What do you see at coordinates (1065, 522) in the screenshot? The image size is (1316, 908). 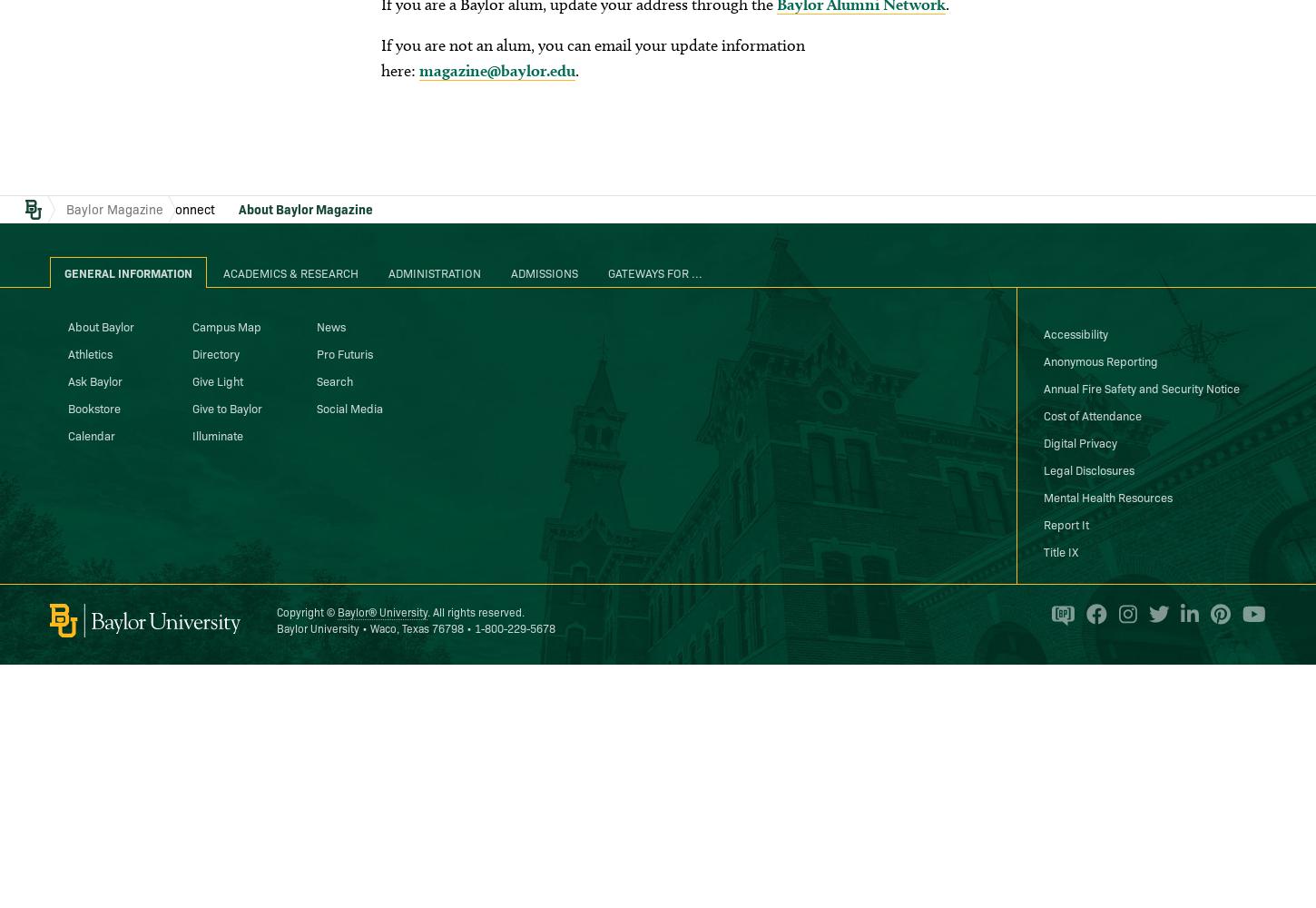 I see `'Report It'` at bounding box center [1065, 522].